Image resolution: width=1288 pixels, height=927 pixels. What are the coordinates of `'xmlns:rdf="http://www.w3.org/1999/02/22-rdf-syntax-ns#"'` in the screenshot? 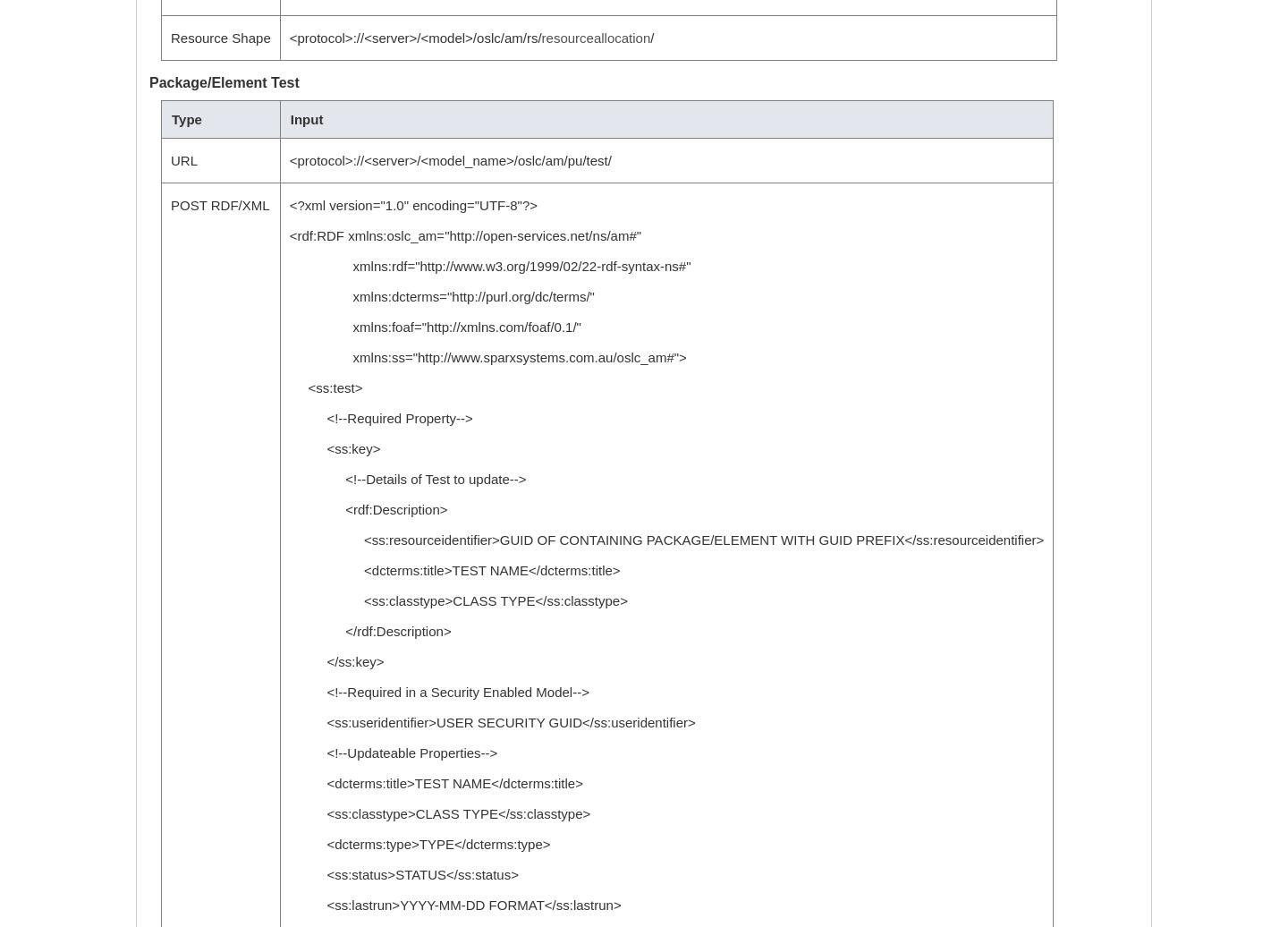 It's located at (489, 266).